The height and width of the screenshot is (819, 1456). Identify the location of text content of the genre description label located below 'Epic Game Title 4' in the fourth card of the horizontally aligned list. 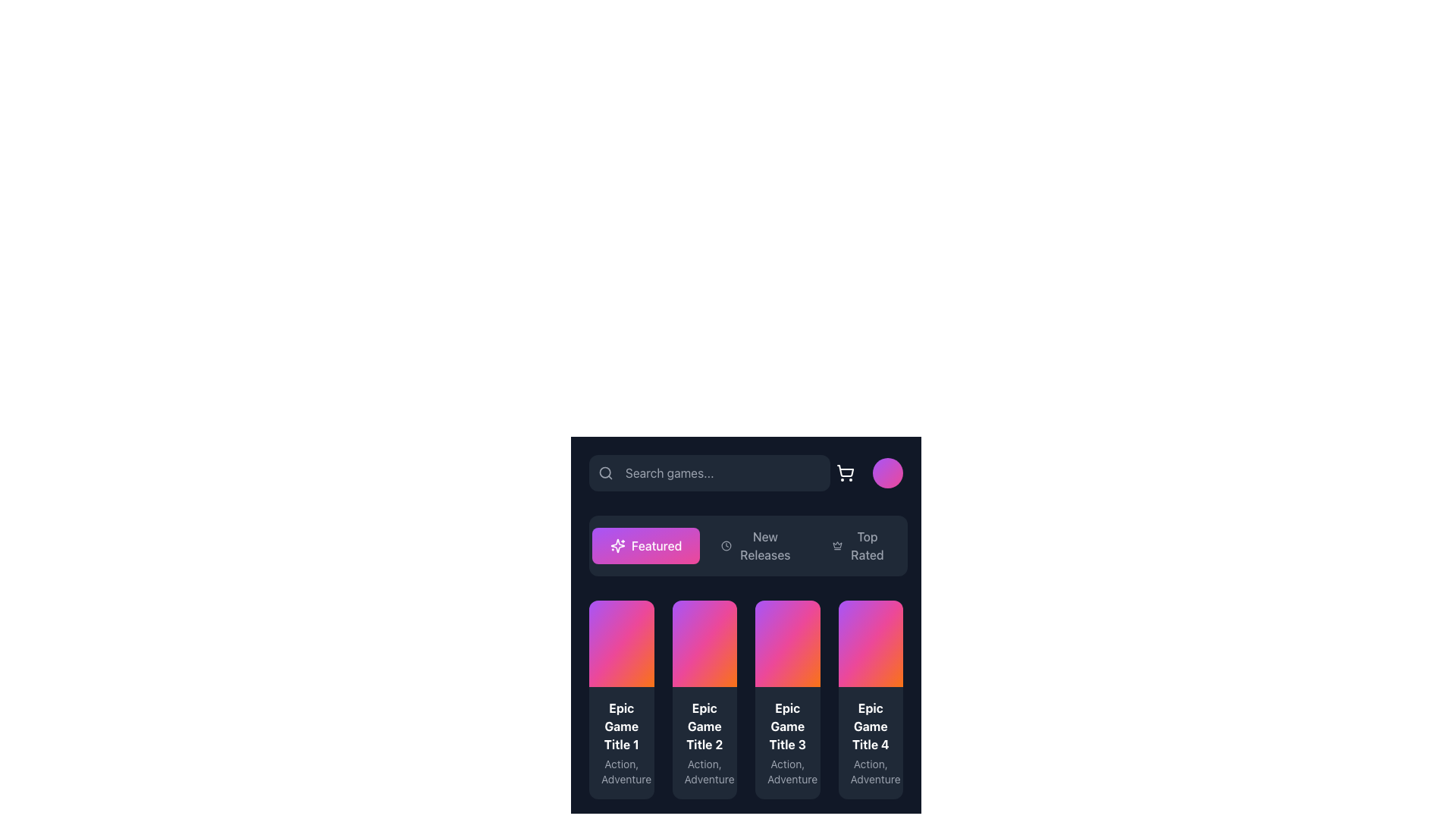
(871, 714).